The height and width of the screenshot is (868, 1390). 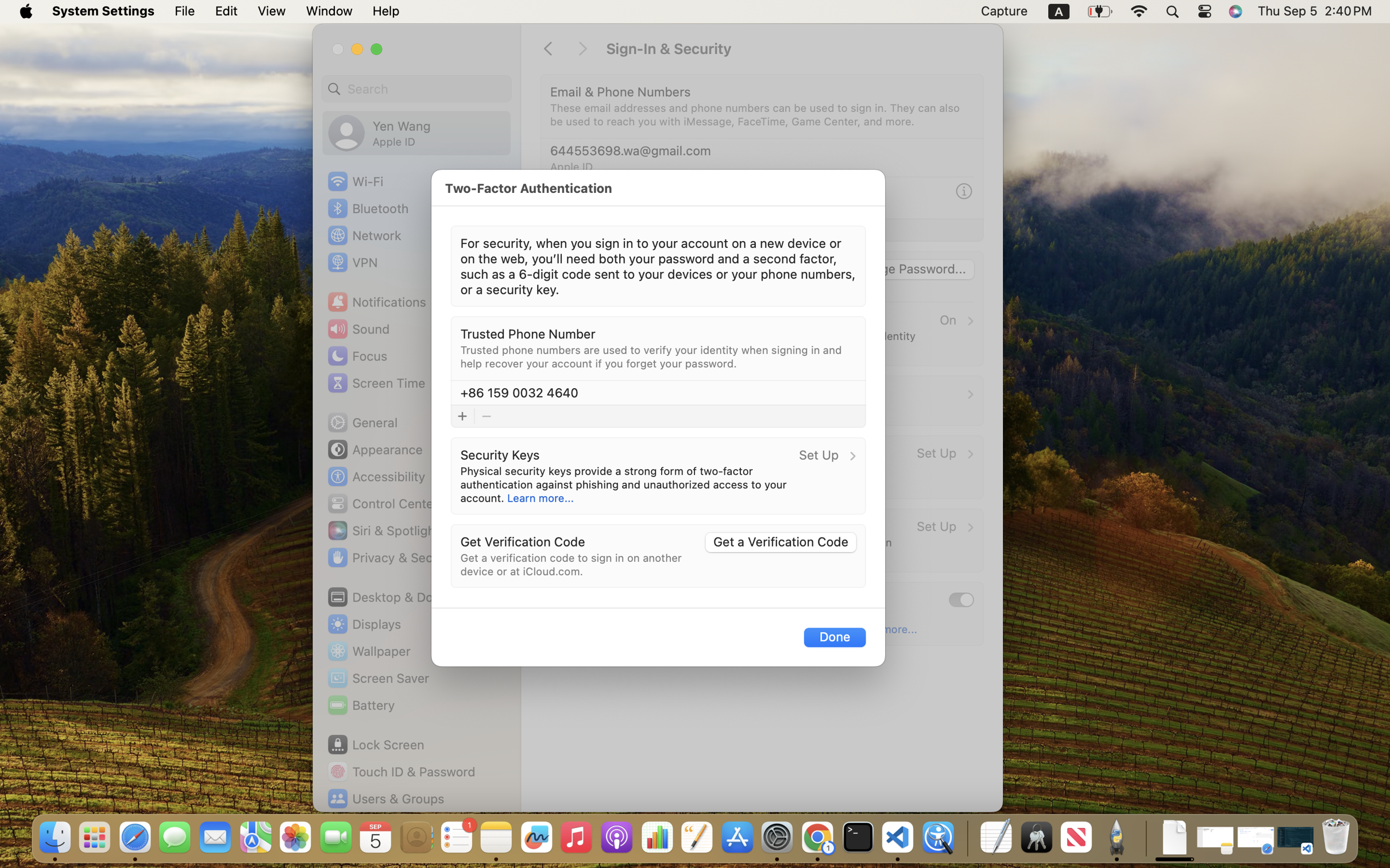 What do you see at coordinates (966, 838) in the screenshot?
I see `'0.4285714328289032'` at bounding box center [966, 838].